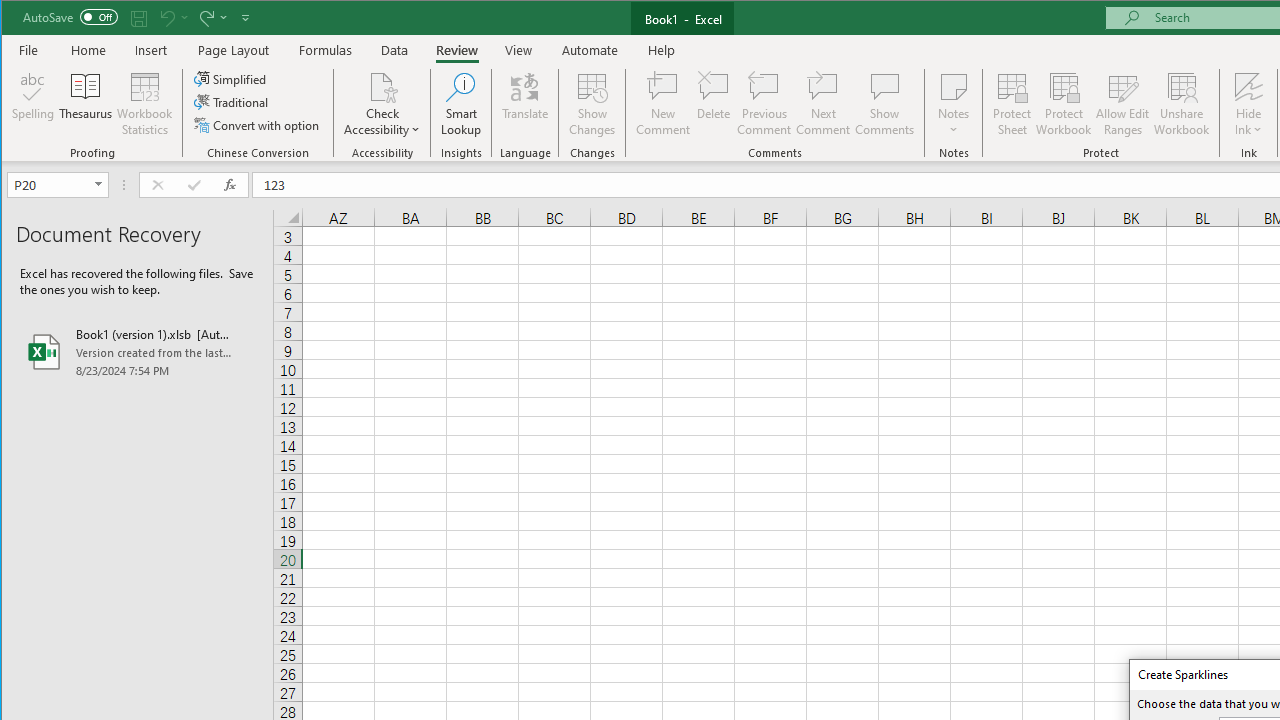  What do you see at coordinates (257, 125) in the screenshot?
I see `'Convert with option'` at bounding box center [257, 125].